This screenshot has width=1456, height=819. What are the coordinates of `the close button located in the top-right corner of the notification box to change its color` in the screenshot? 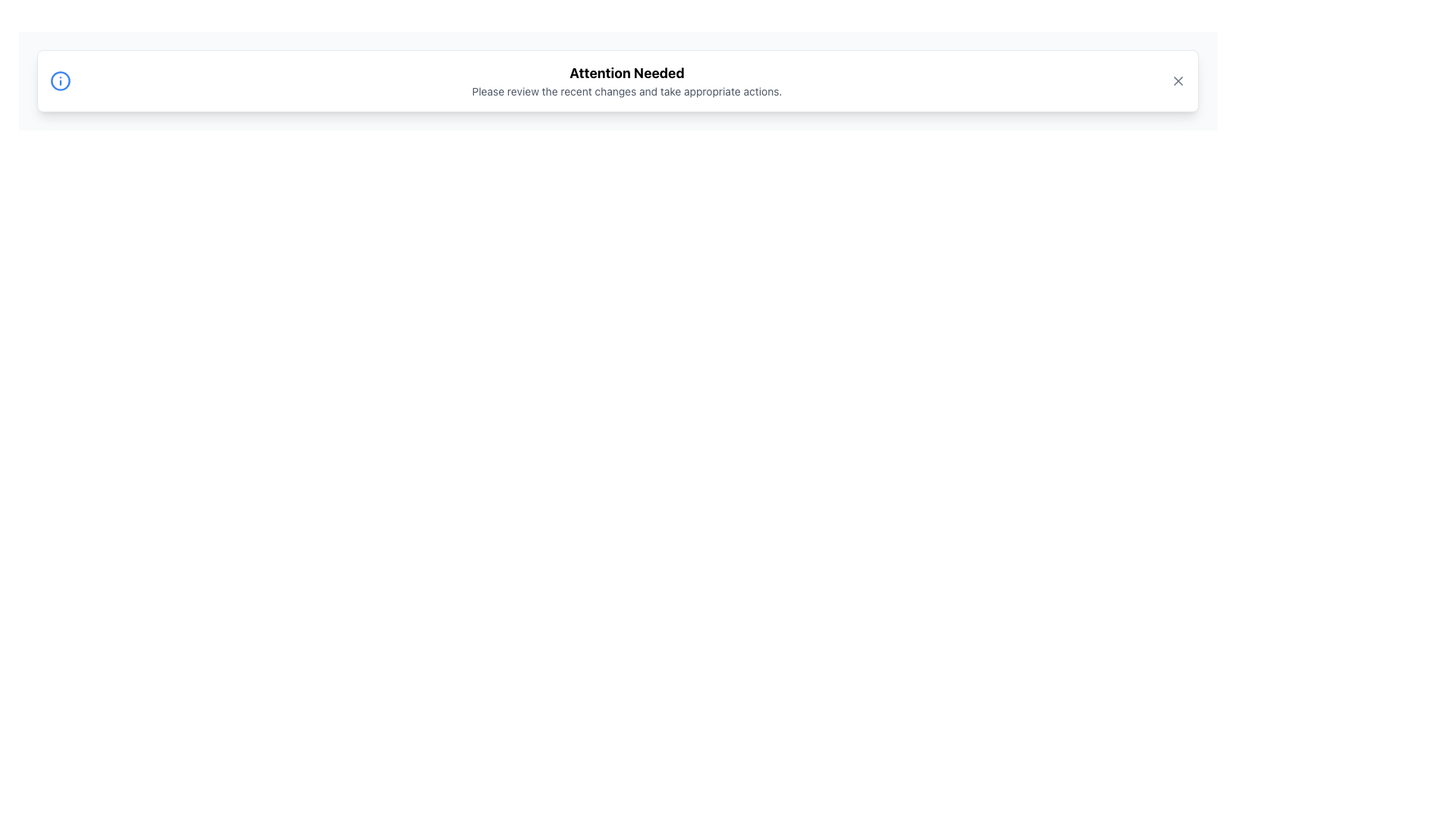 It's located at (1178, 81).